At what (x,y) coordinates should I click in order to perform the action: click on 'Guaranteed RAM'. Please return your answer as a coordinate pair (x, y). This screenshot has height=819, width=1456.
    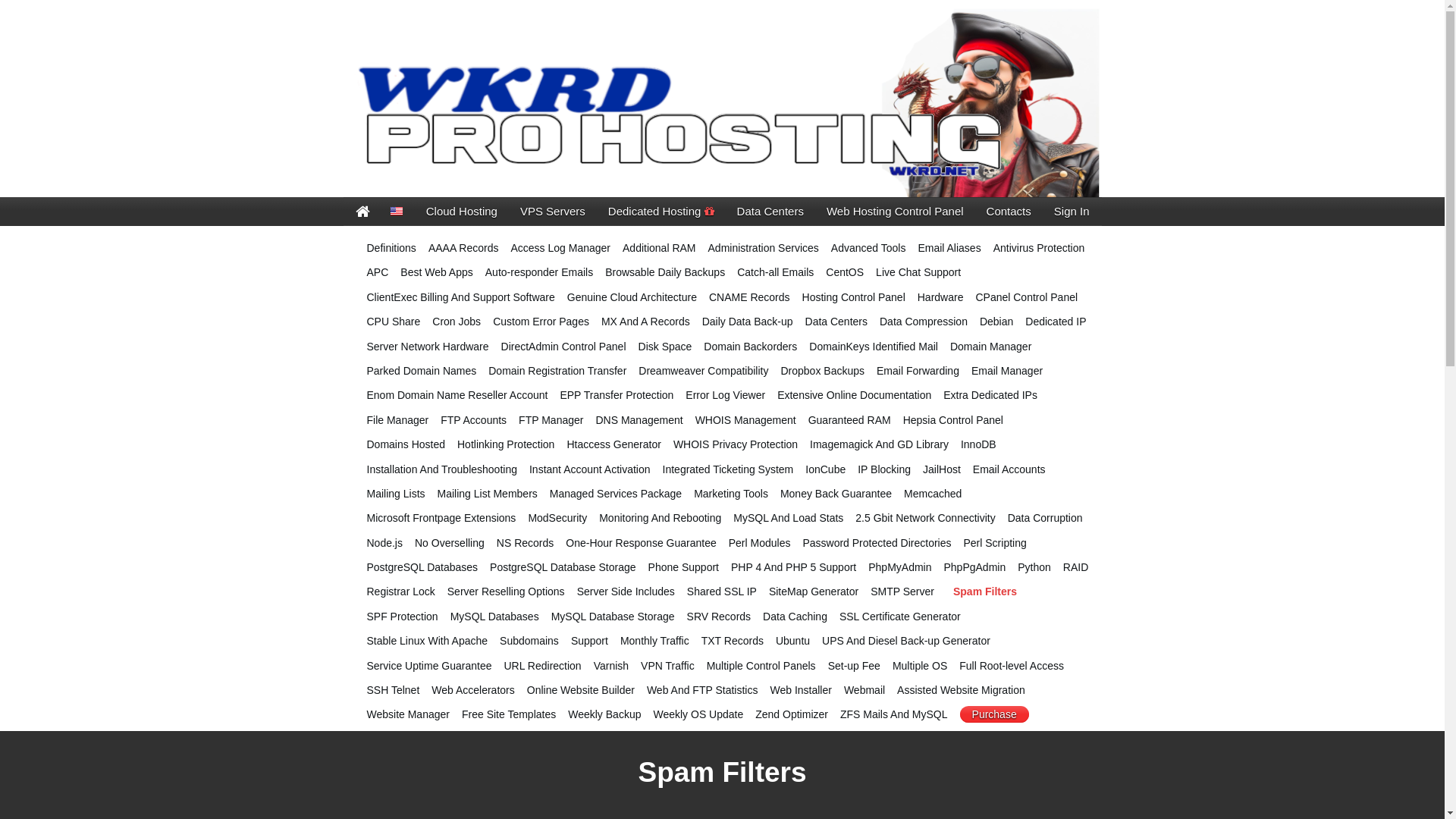
    Looking at the image, I should click on (849, 420).